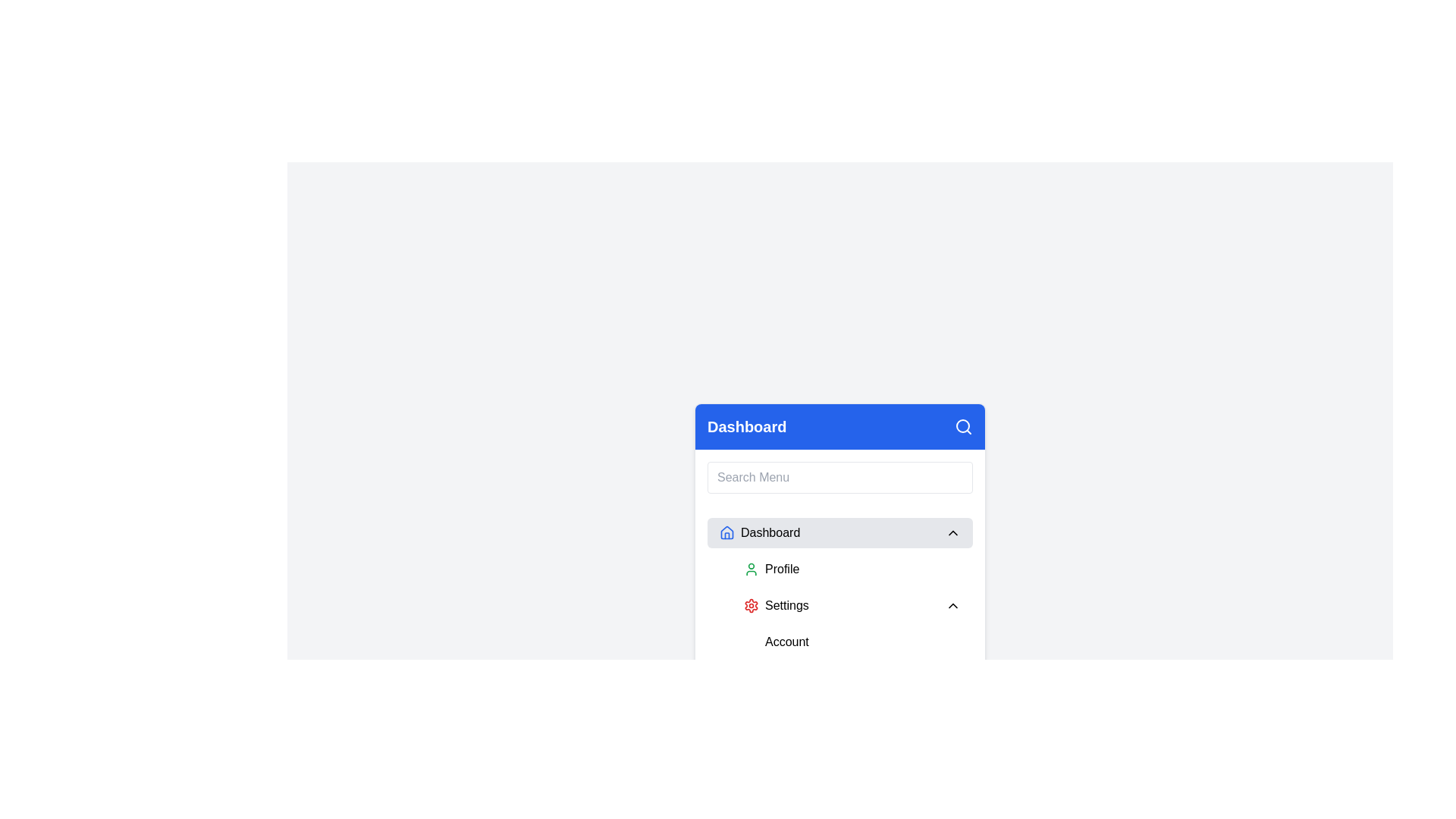  Describe the element at coordinates (963, 427) in the screenshot. I see `the search functionality icon located in the top right corner of the blue header section, aligned with the 'Dashboard' text` at that location.